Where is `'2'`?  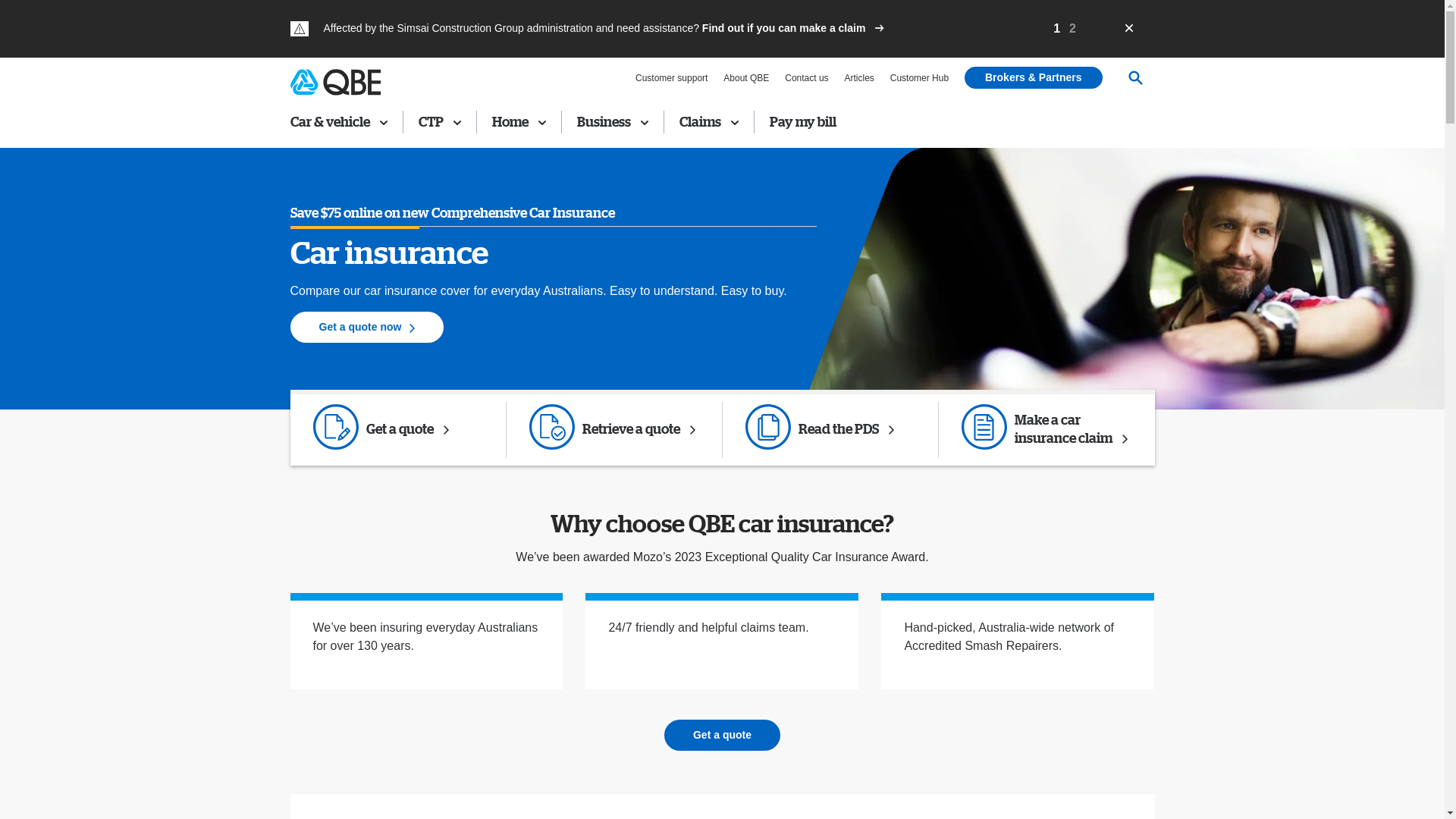
'2' is located at coordinates (1072, 29).